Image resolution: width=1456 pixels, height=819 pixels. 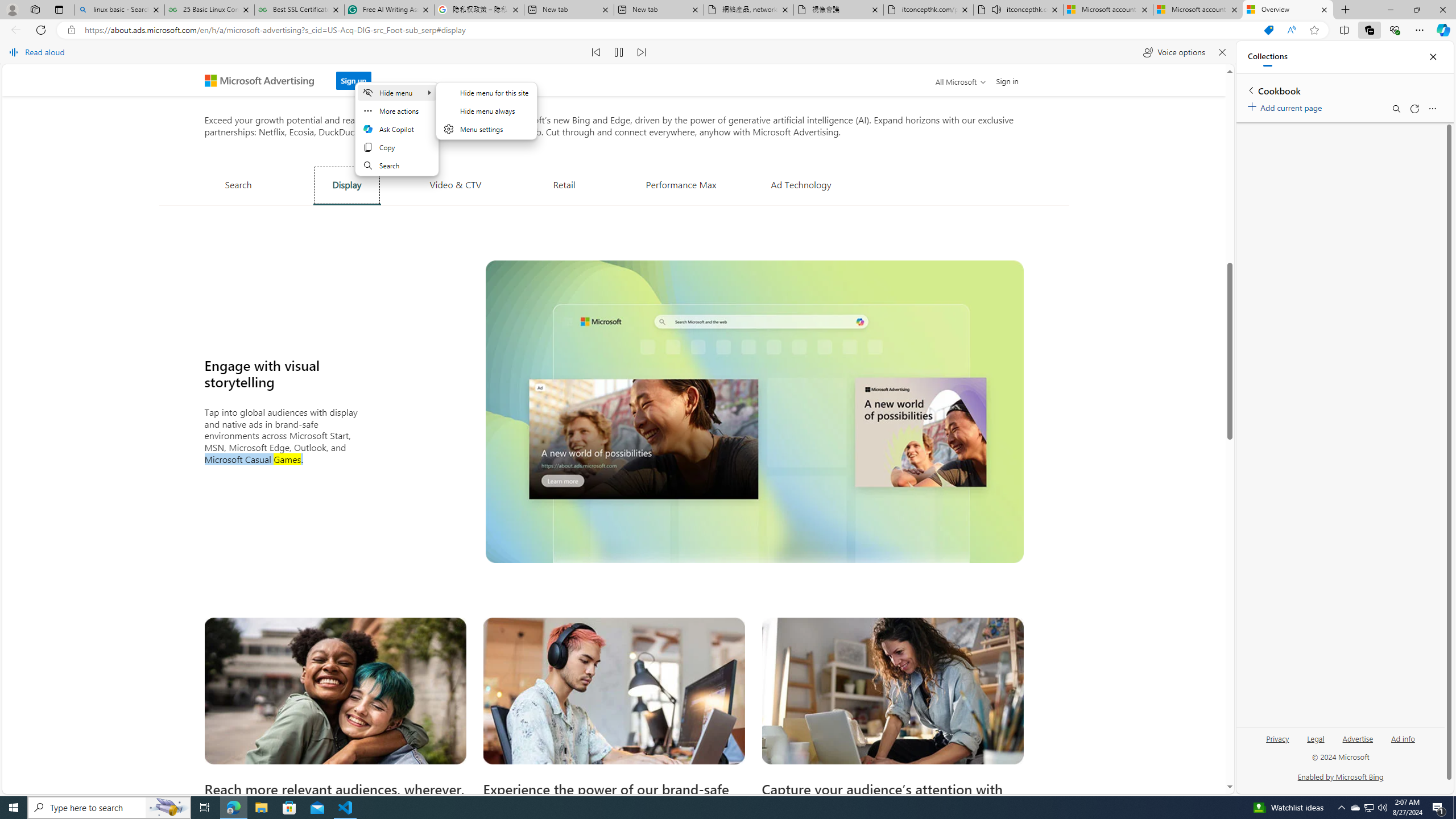 What do you see at coordinates (619, 52) in the screenshot?
I see `'Pause read aloud (Ctrl+Shift+U)'` at bounding box center [619, 52].